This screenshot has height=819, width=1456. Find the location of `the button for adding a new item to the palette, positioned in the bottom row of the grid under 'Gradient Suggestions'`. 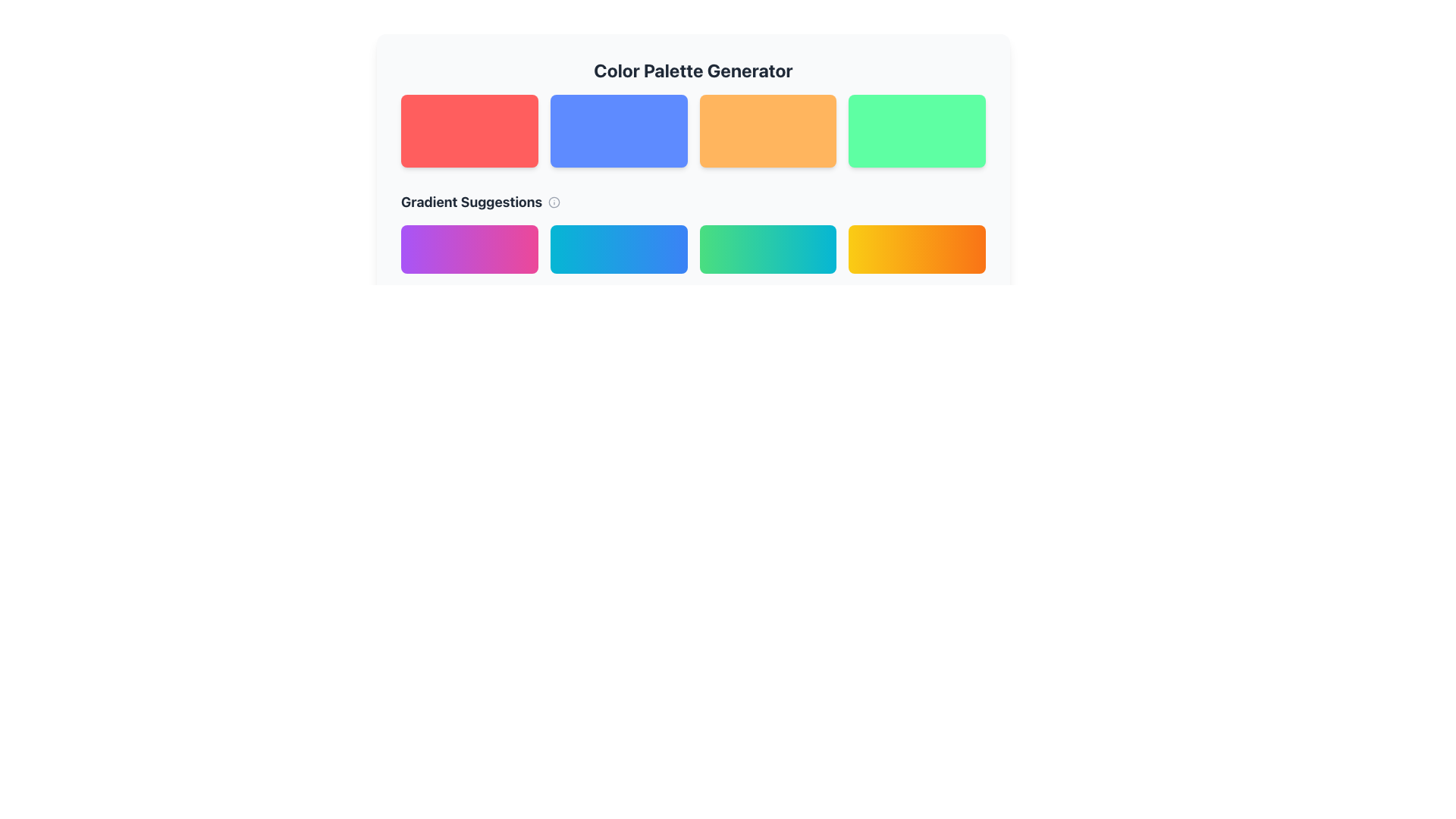

the button for adding a new item to the palette, positioned in the bottom row of the grid under 'Gradient Suggestions' is located at coordinates (469, 248).